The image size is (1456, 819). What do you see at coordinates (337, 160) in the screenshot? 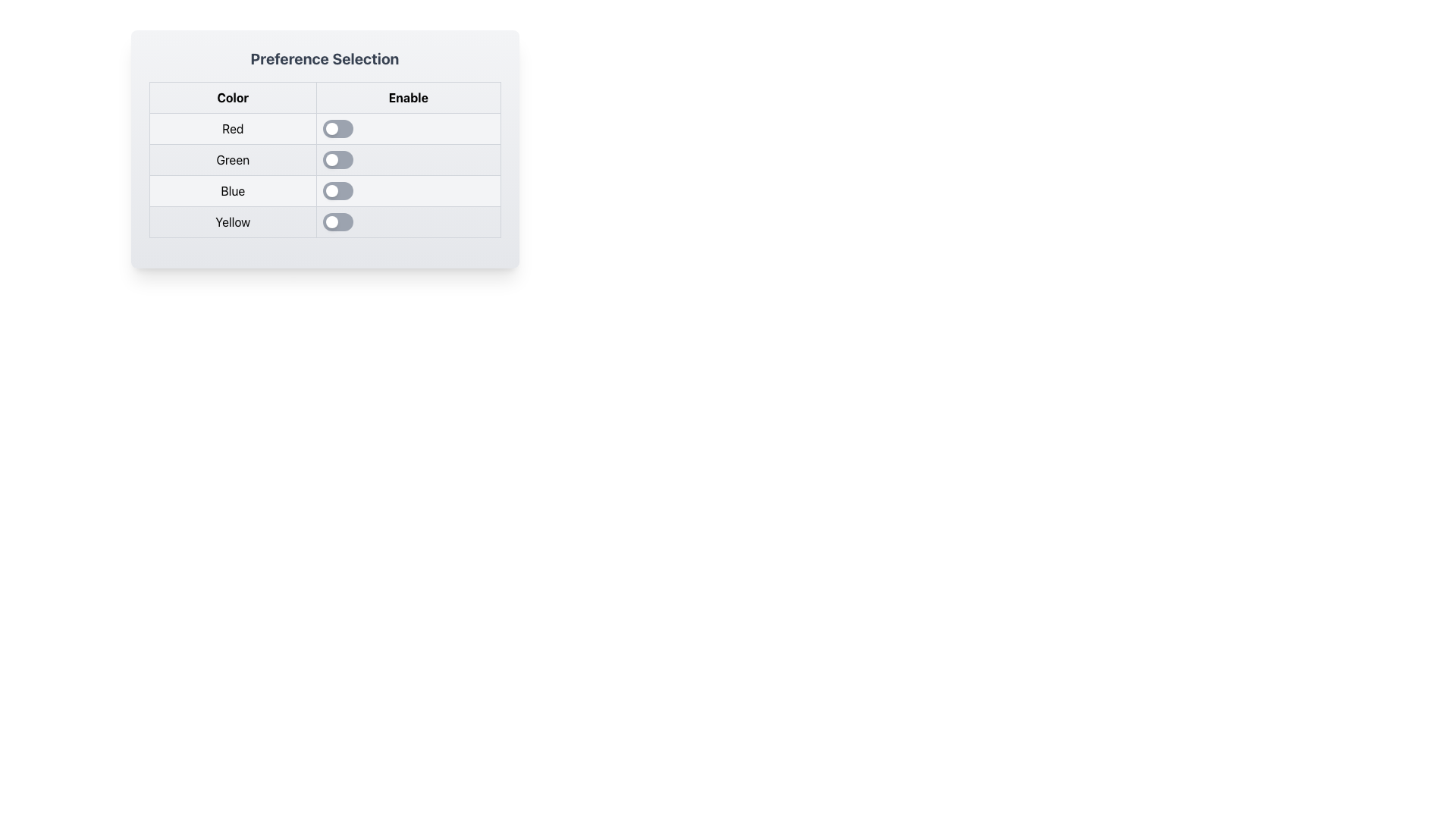
I see `the circular white thumb of the toggle switch in the 'Enable' column for the 'Green' option` at bounding box center [337, 160].